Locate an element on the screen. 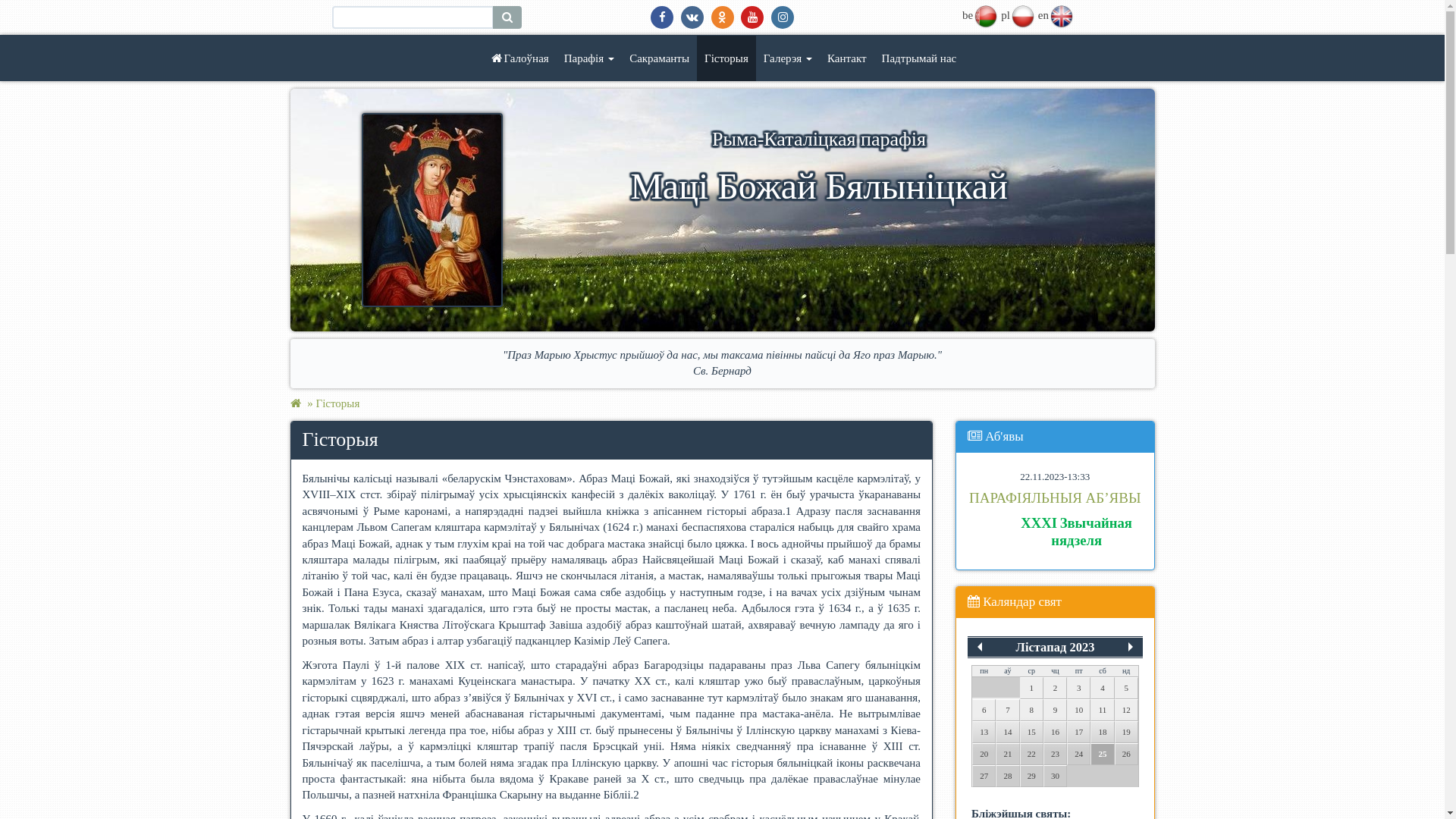 This screenshot has height=819, width=1456. '2' is located at coordinates (1054, 688).